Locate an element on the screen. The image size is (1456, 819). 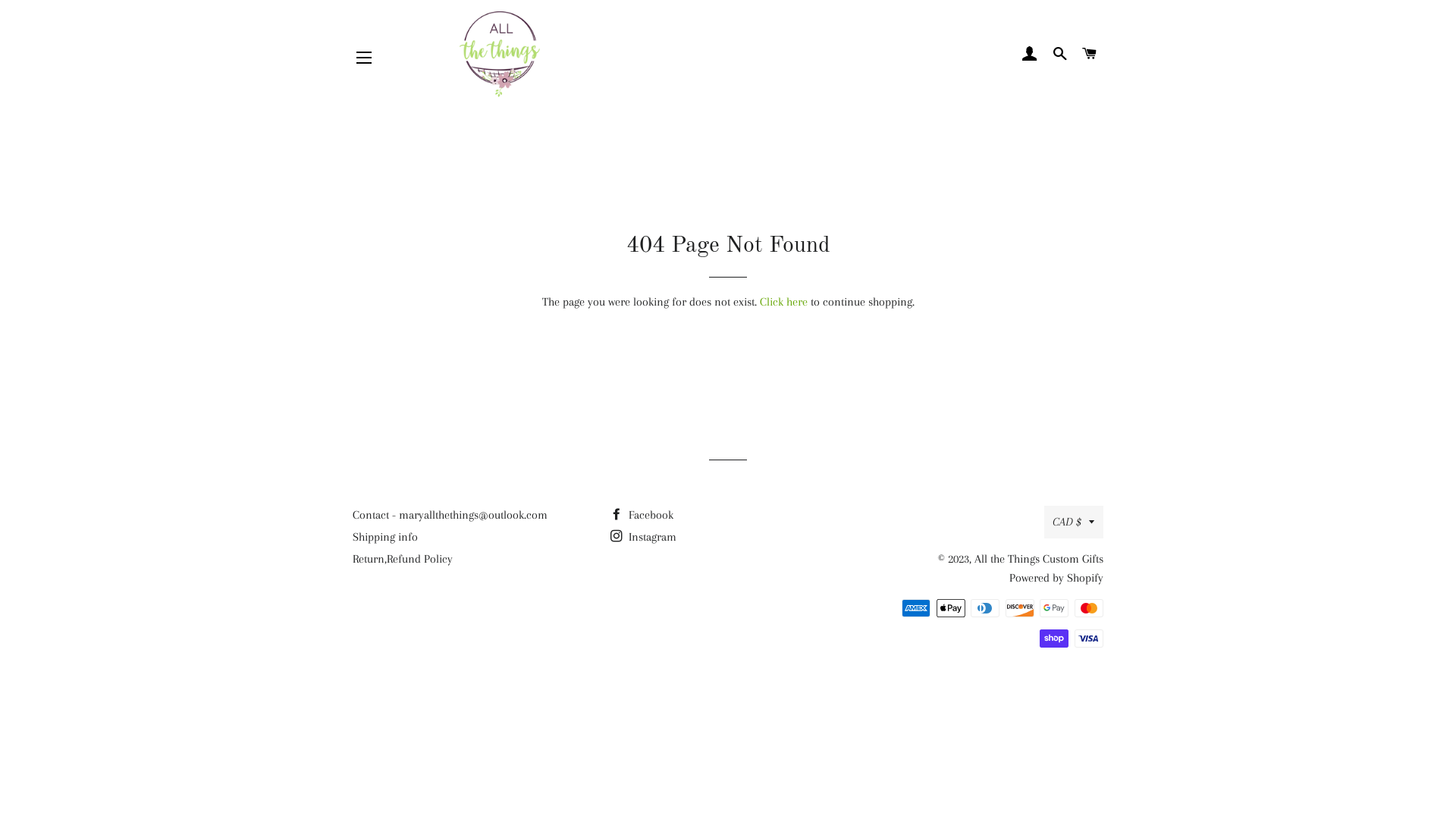
'SEARCH' is located at coordinates (1059, 52).